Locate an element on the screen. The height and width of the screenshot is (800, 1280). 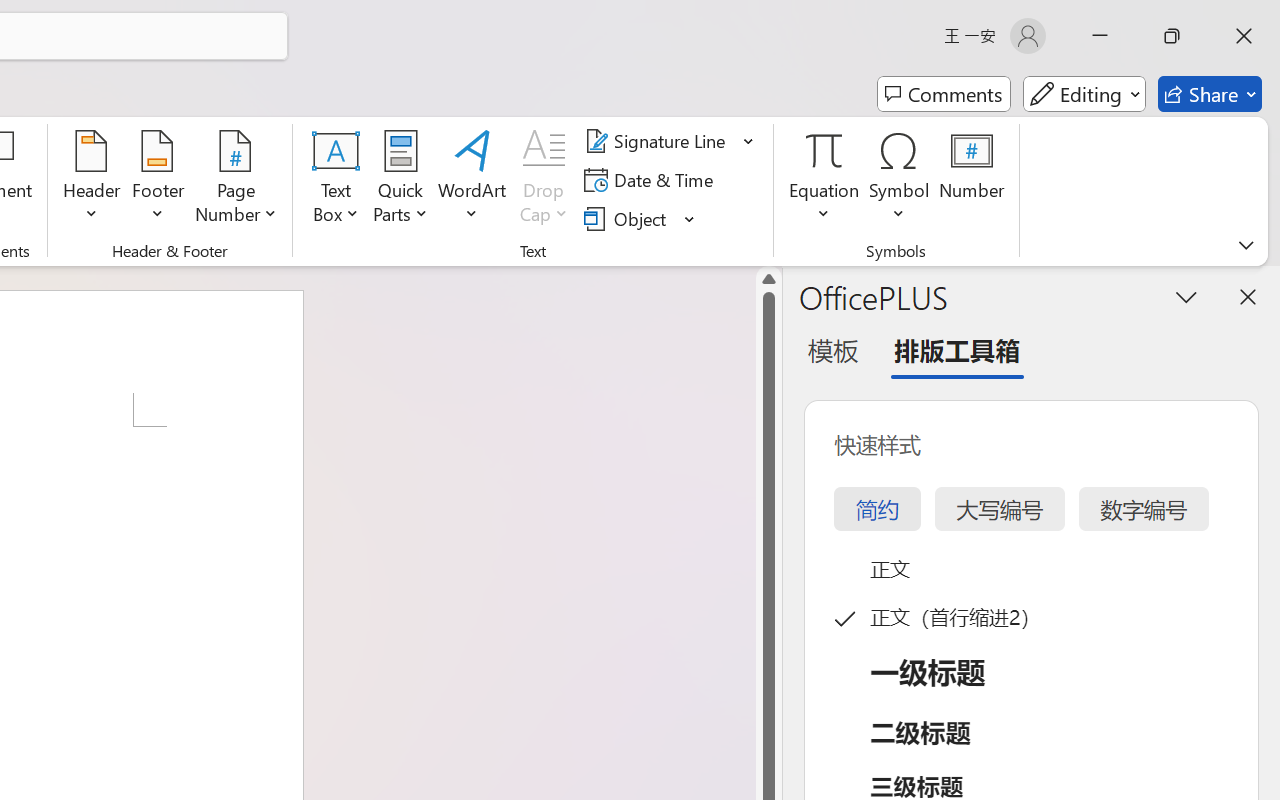
'Quick Parts' is located at coordinates (400, 179).